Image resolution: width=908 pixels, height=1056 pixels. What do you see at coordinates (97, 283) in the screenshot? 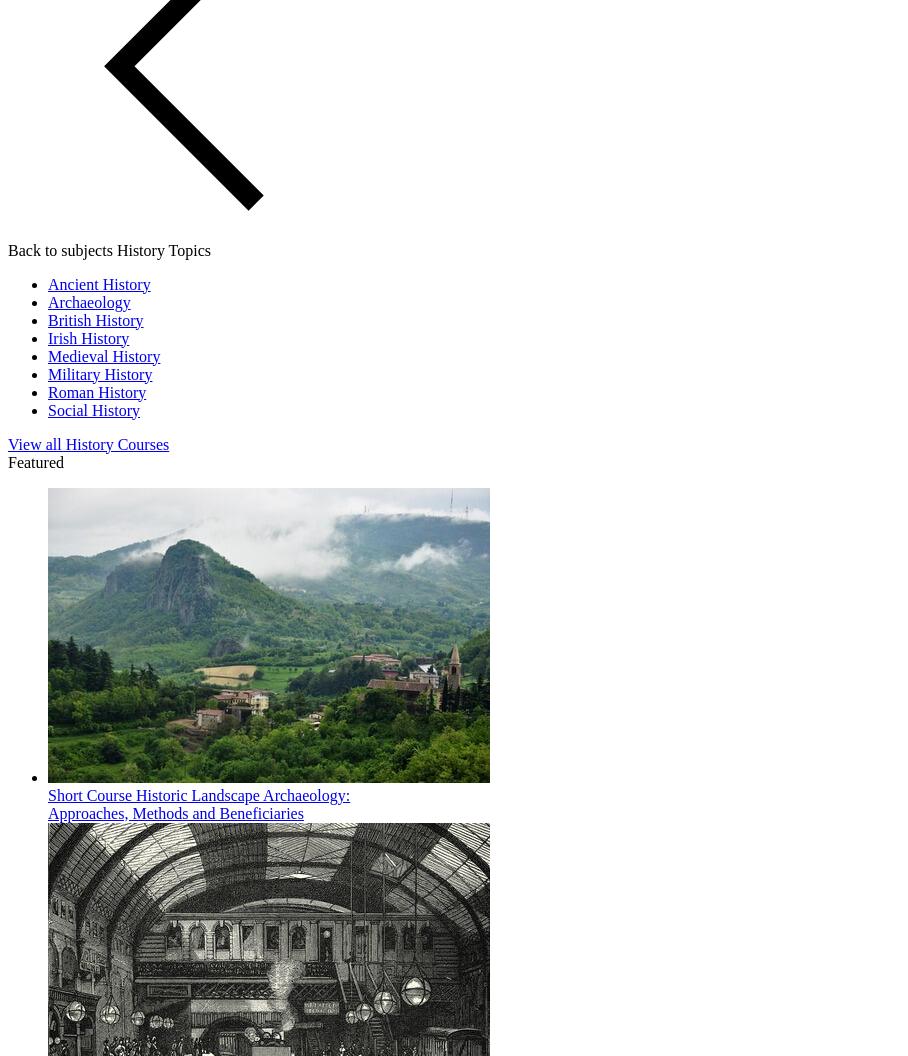
I see `'Ancient History'` at bounding box center [97, 283].